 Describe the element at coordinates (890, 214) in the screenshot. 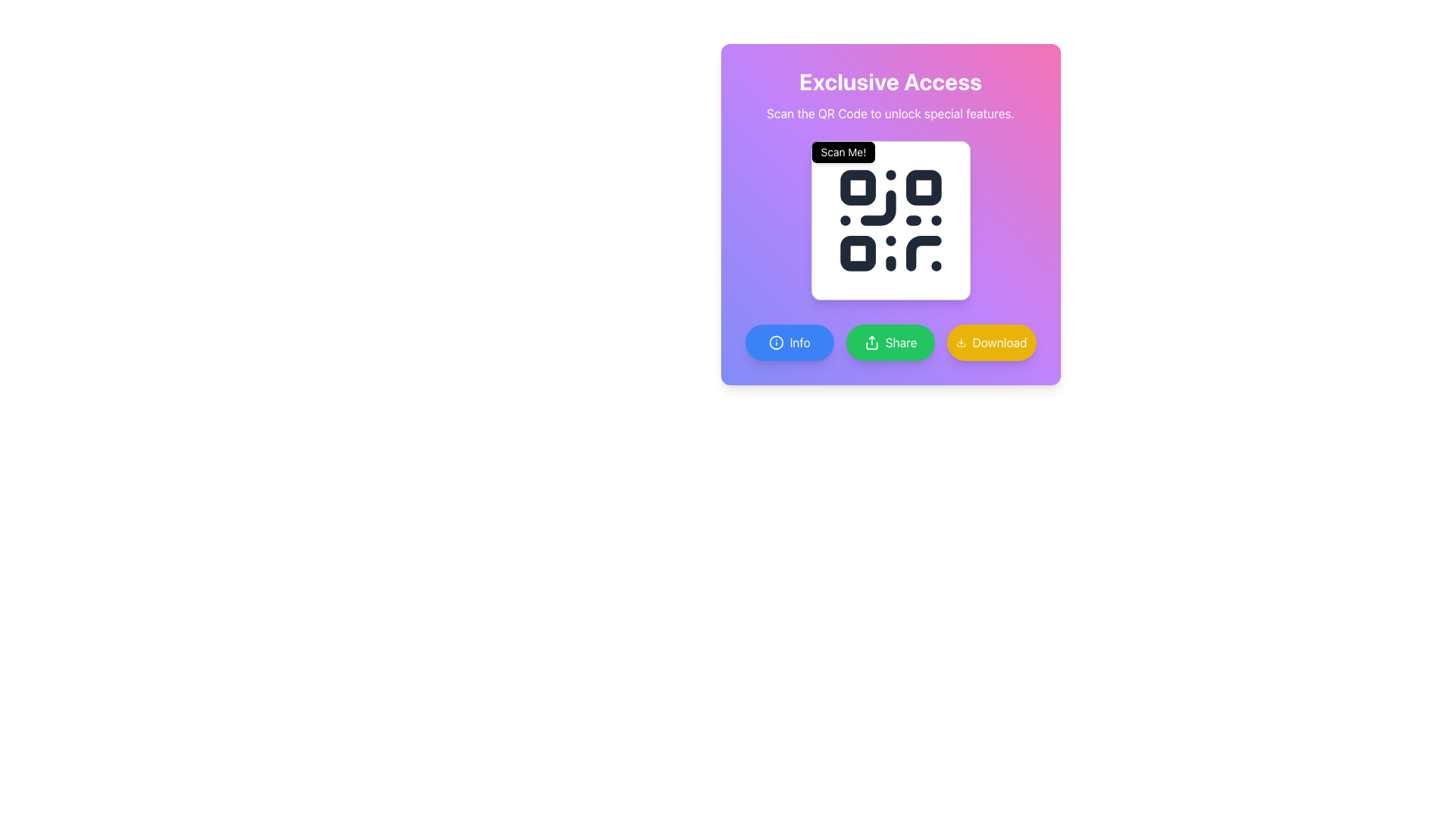

I see `the QR code located at the center of the gradient background card, which is positioned between the title 'Exclusive Access' and the action buttons 'Info,' 'Share,' and 'Download' to scan it with a compatible device` at that location.